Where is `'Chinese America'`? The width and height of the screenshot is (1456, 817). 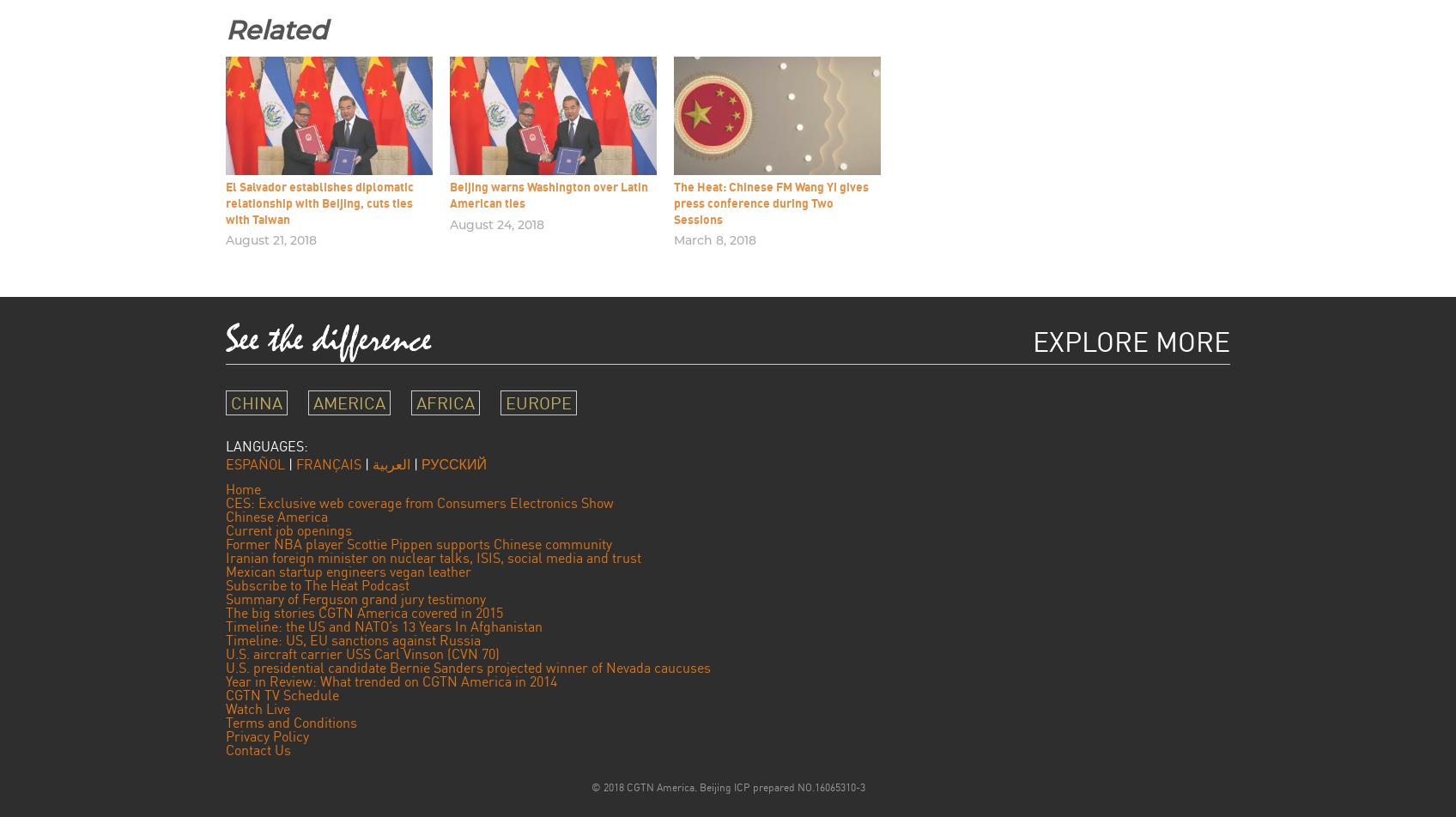
'Chinese America' is located at coordinates (276, 515).